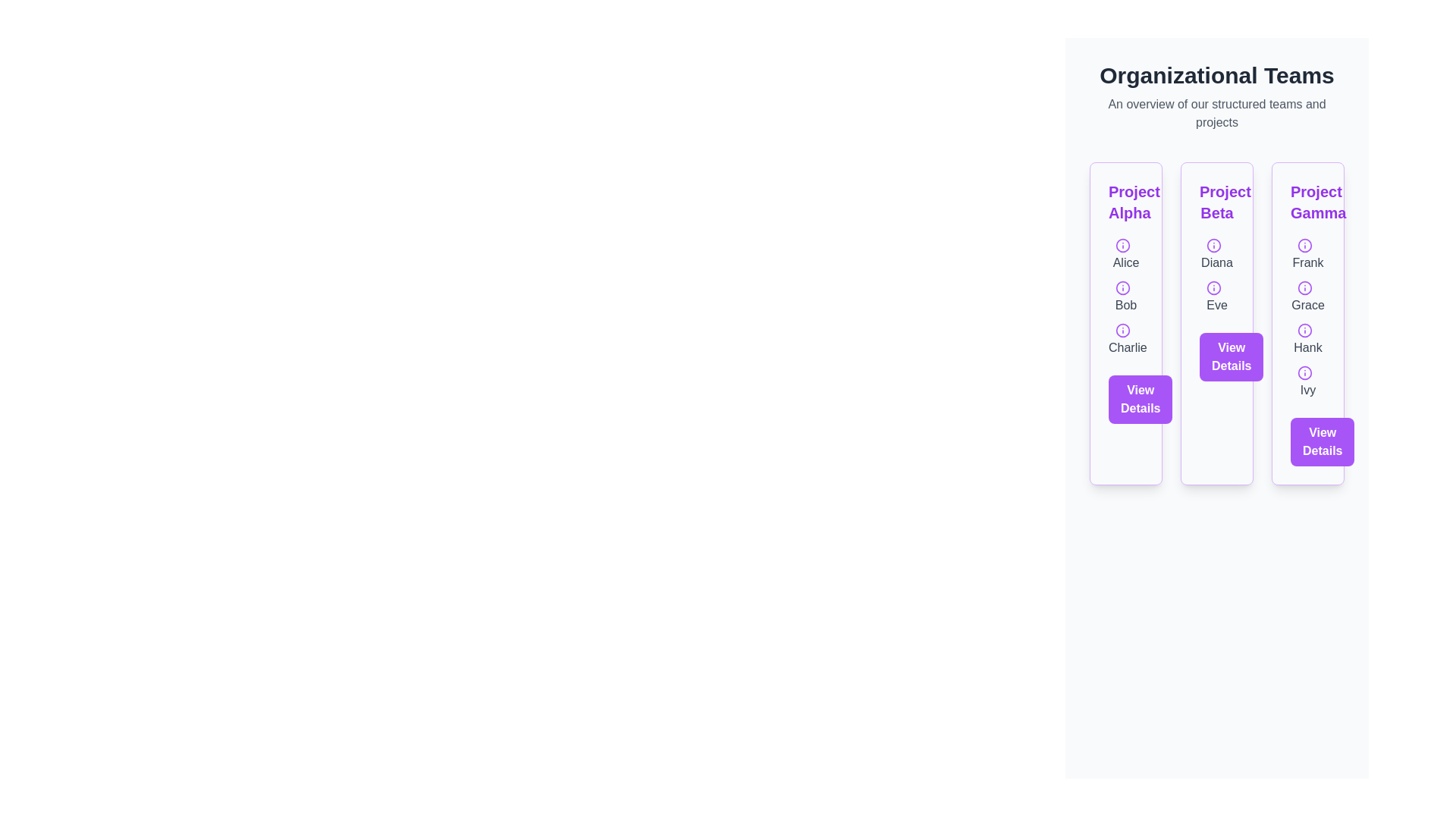  I want to click on the icon in the 'Project Beta' column that provides additional information related to 'Diana', so click(1214, 244).